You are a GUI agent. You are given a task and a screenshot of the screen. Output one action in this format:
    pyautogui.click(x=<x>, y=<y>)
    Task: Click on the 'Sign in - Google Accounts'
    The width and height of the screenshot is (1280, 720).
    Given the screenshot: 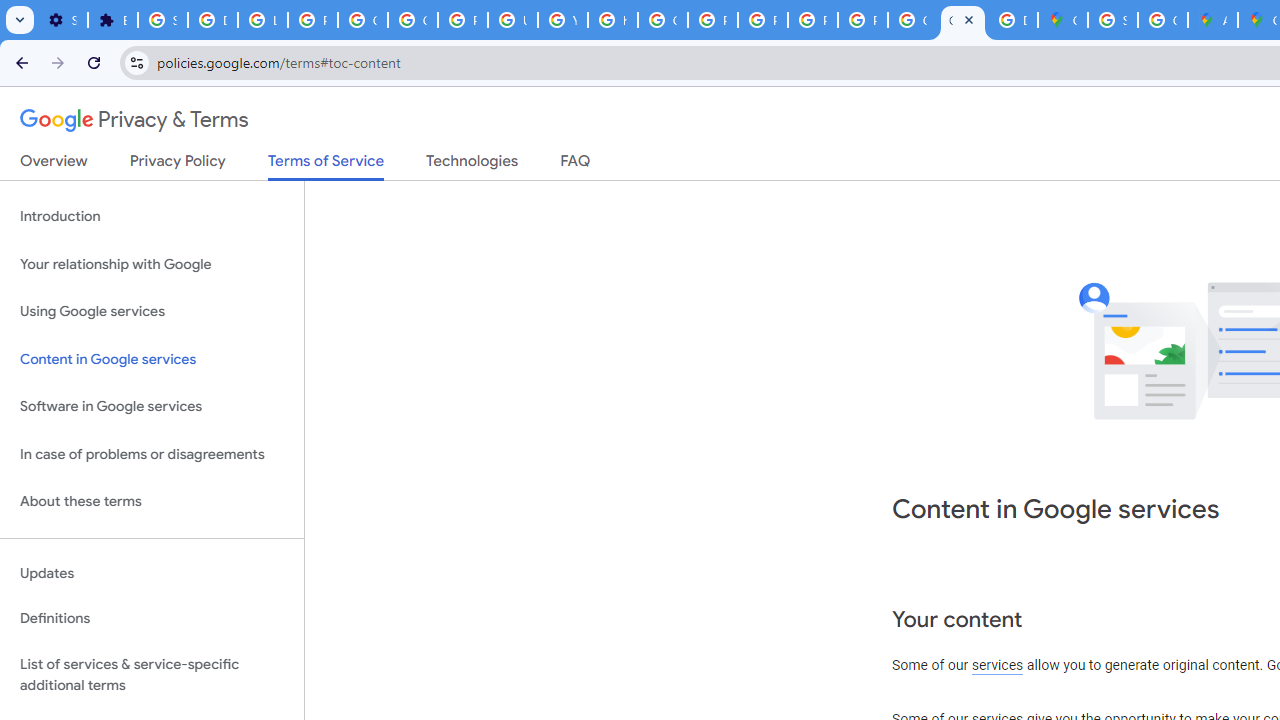 What is the action you would take?
    pyautogui.click(x=1111, y=20)
    